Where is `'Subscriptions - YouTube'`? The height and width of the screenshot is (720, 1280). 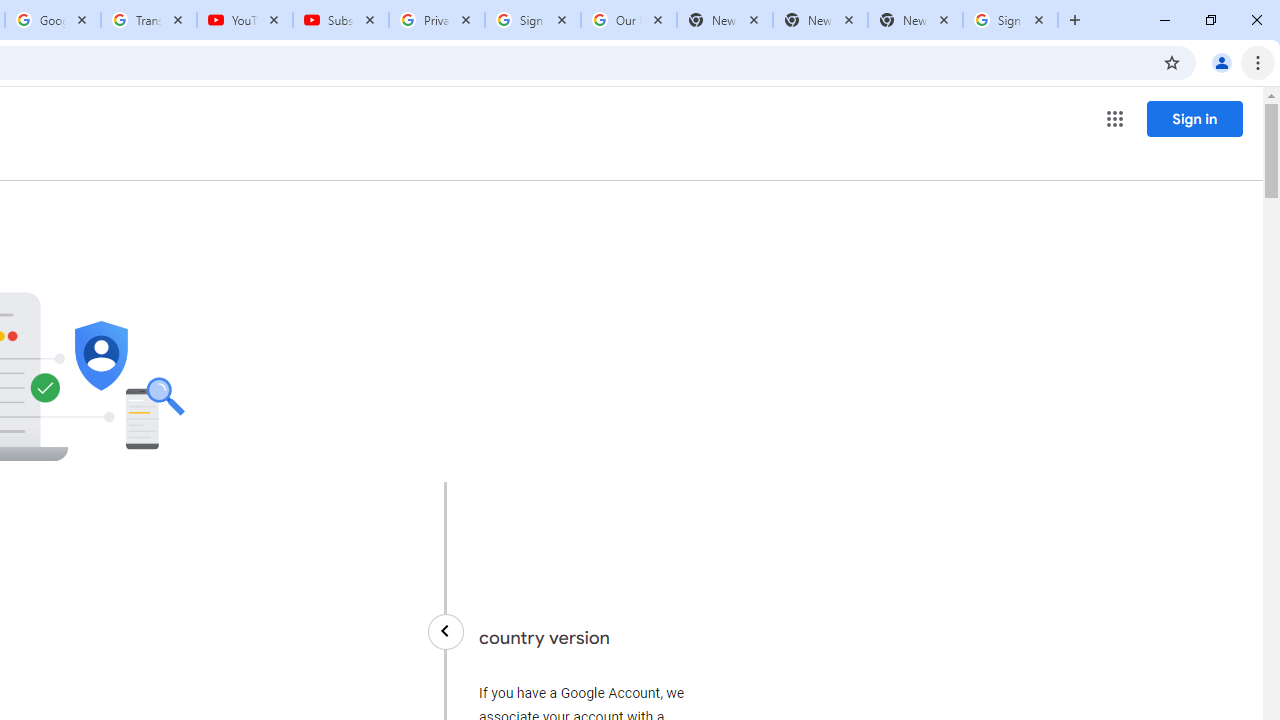 'Subscriptions - YouTube' is located at coordinates (341, 20).